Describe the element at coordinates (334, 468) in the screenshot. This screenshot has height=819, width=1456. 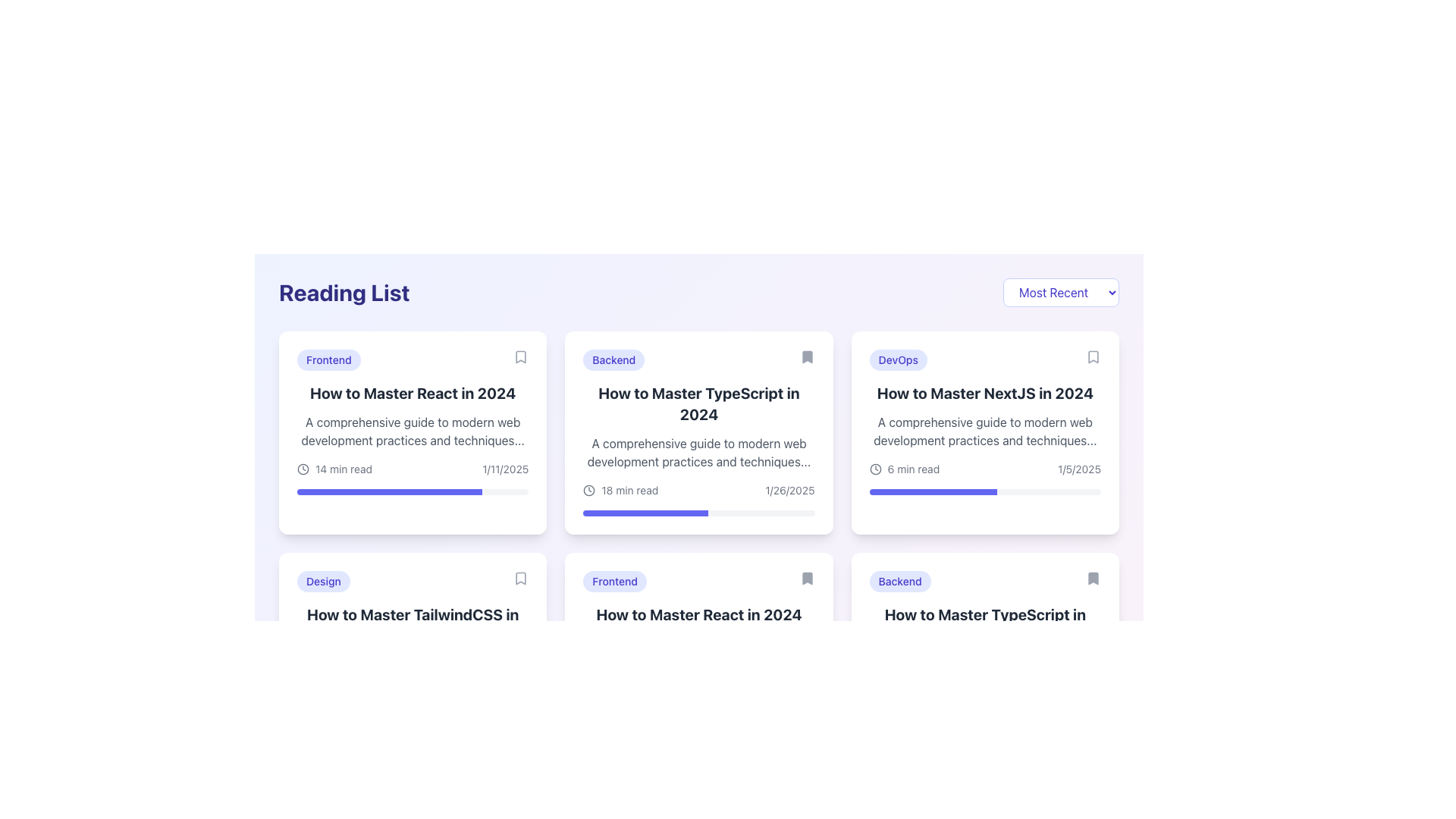
I see `the read-time indicator element located at the bottom left corner of the card labeled 'How to Master React in 2024'` at that location.